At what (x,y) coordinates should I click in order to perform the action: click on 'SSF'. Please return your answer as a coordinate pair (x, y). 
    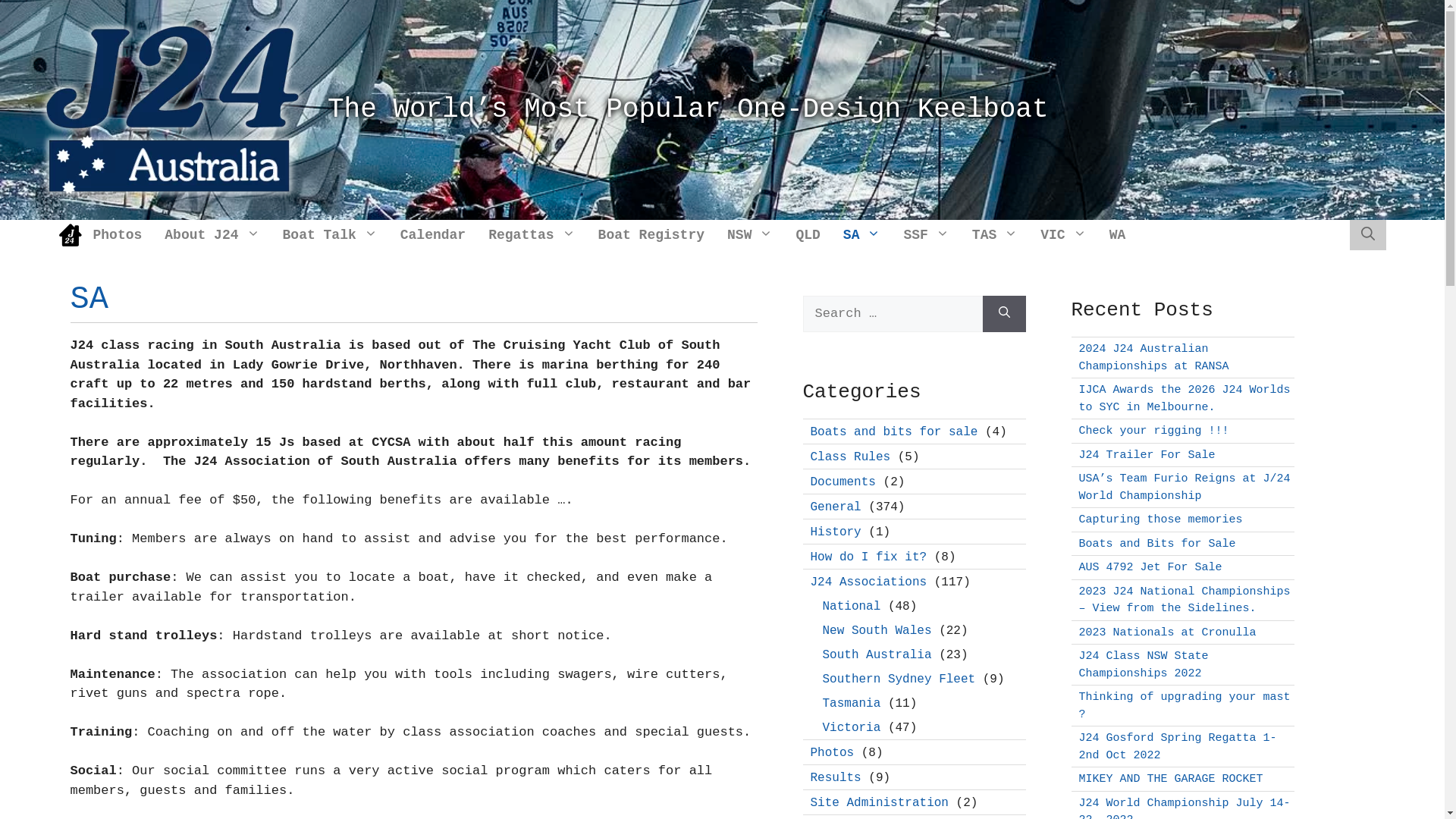
    Looking at the image, I should click on (924, 234).